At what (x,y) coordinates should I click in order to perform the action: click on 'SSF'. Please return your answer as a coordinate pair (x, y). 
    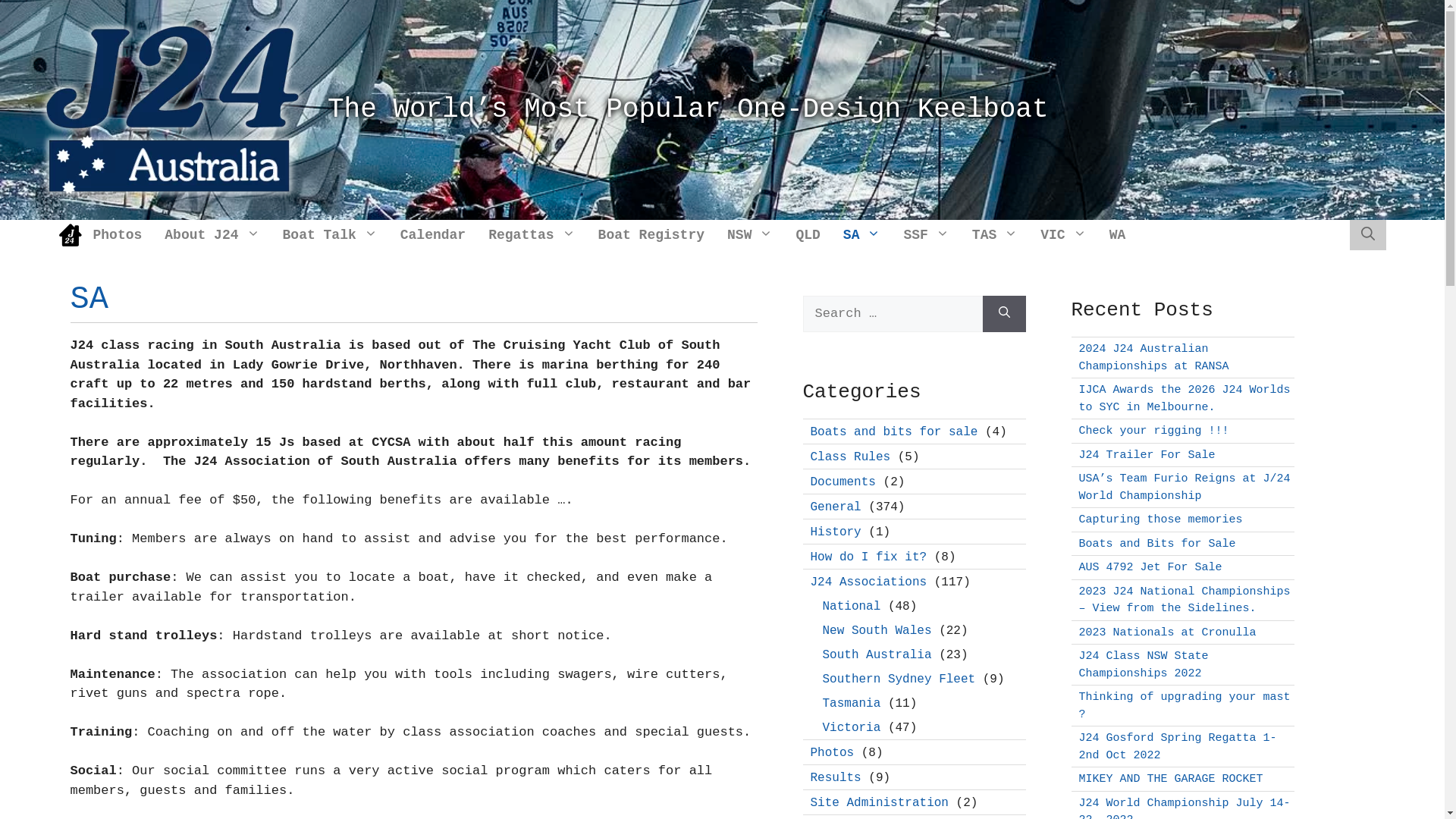
    Looking at the image, I should click on (924, 234).